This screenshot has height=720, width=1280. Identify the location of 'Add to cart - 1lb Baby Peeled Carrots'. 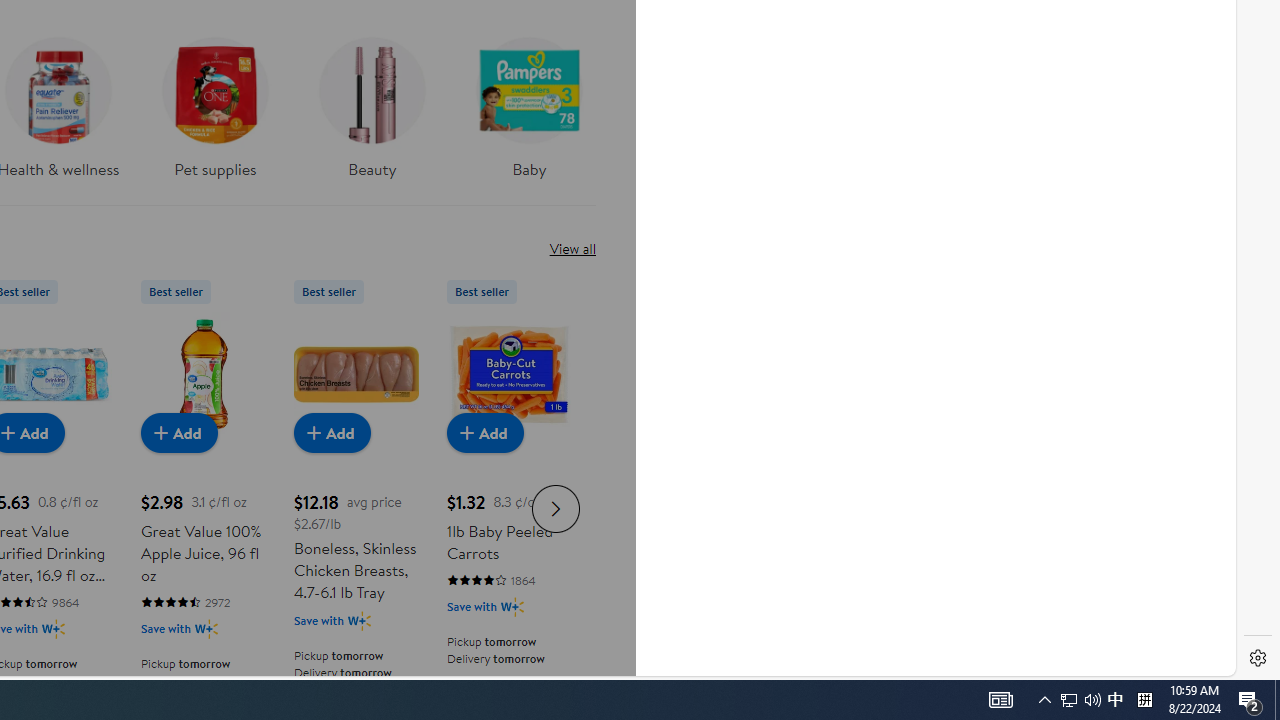
(485, 431).